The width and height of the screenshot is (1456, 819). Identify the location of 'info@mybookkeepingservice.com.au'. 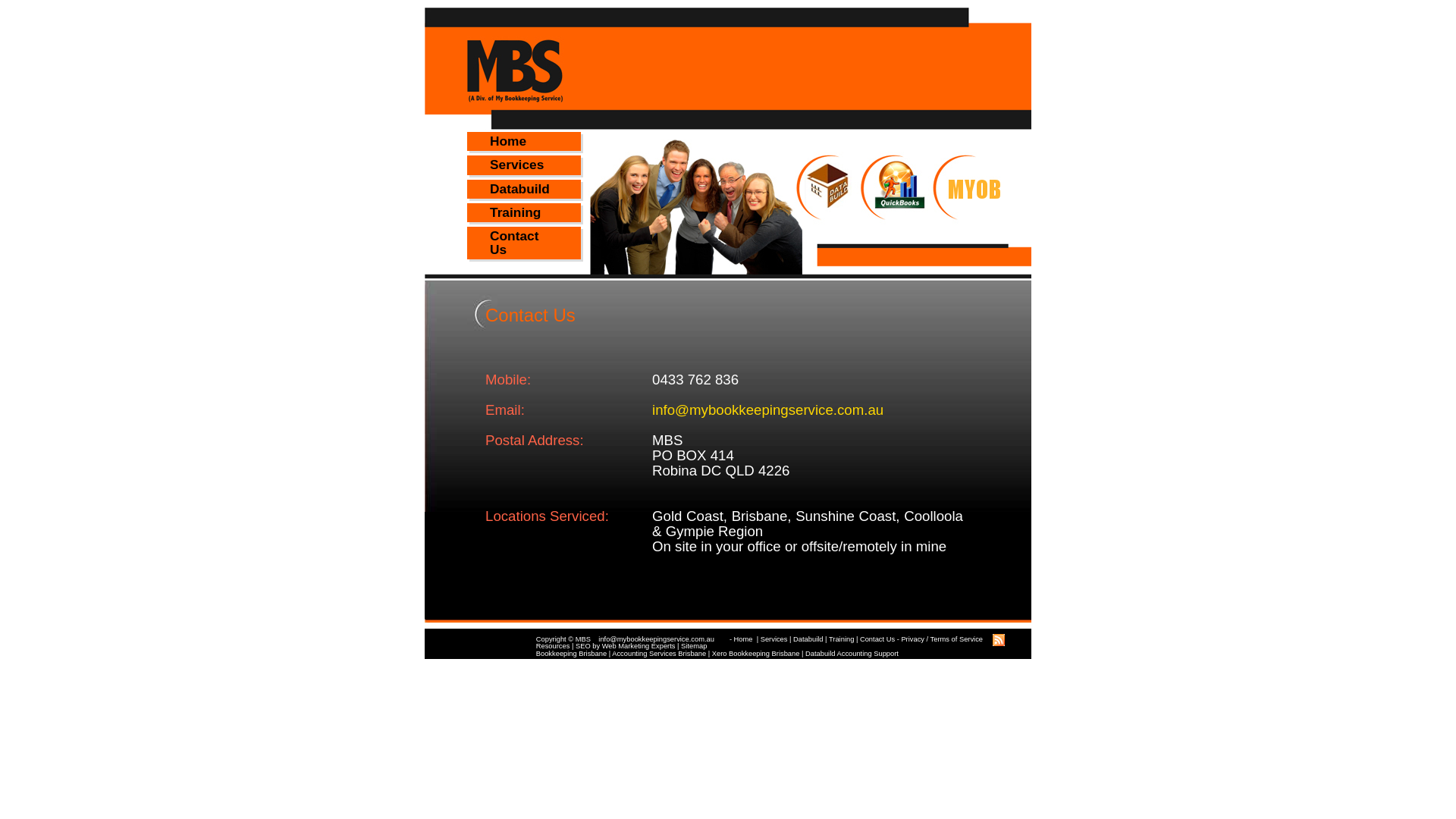
(664, 639).